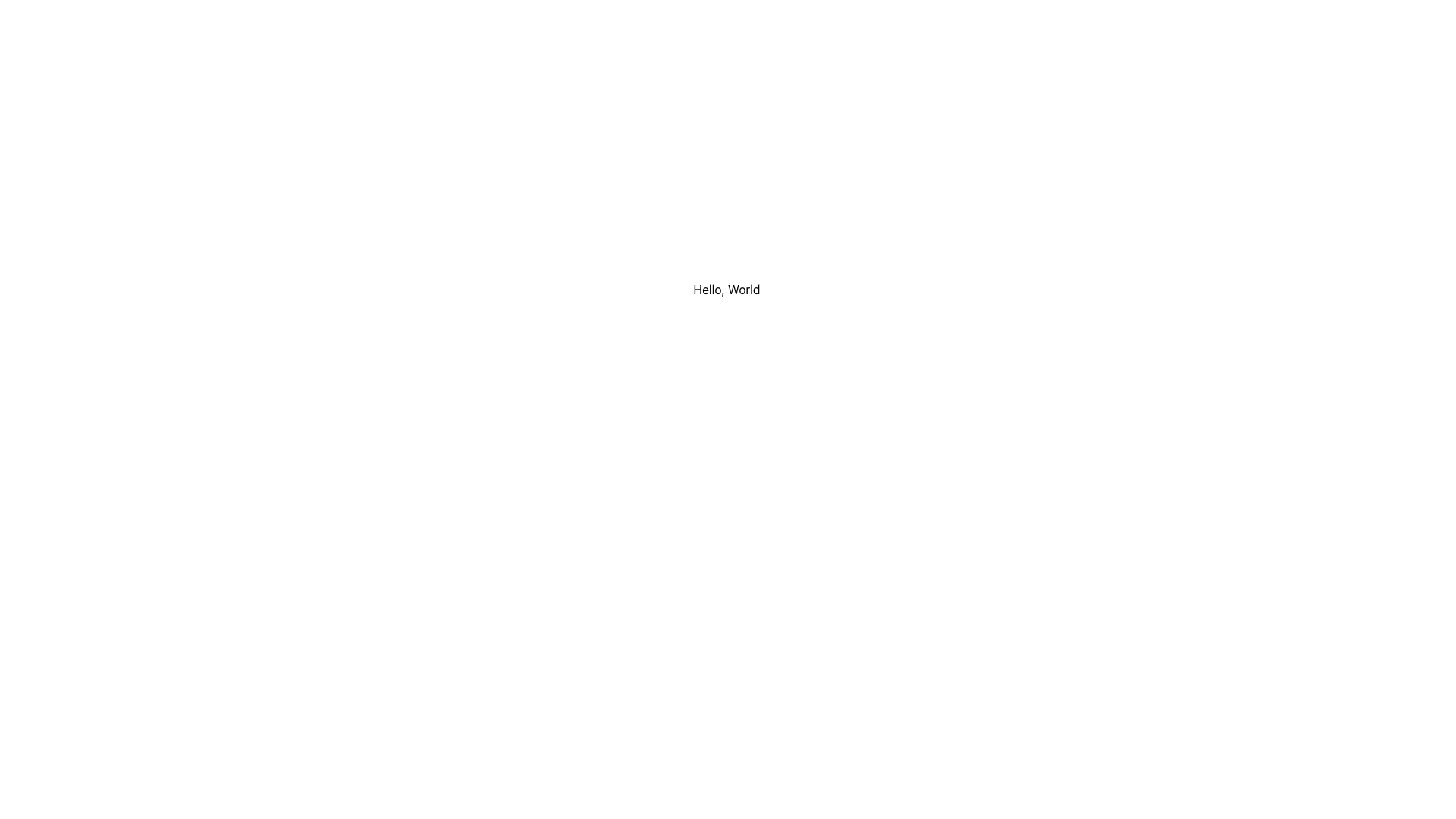 The height and width of the screenshot is (819, 1456). I want to click on the static text display that shows 'Hello, World' to trigger potential tooltip or highlight effects, so click(726, 289).